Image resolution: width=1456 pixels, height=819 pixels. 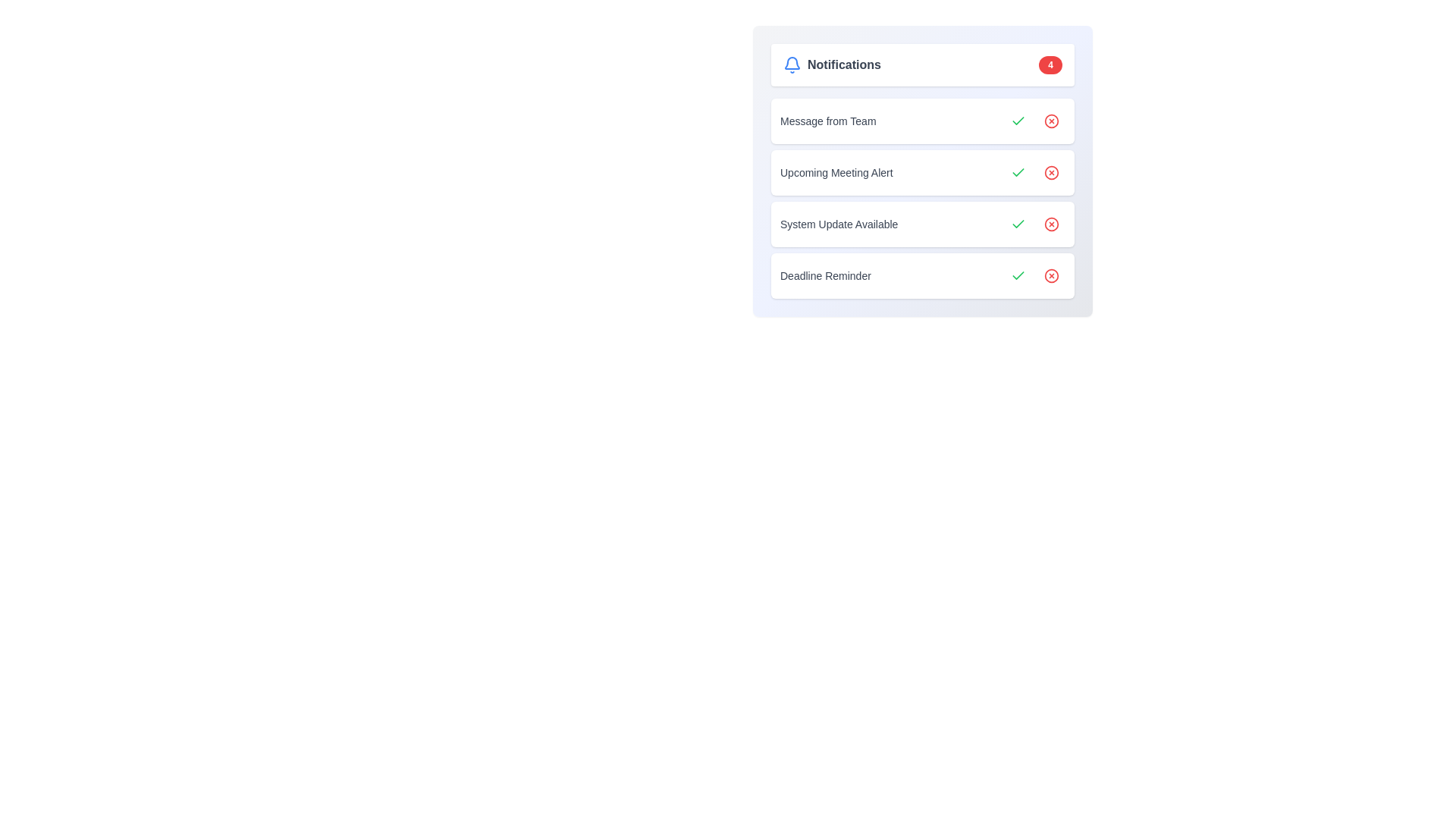 I want to click on the status indication of the 'done' icon associated with the second notification titled 'Upcoming Meeting Alert' located within the notification card interface, so click(x=1018, y=119).